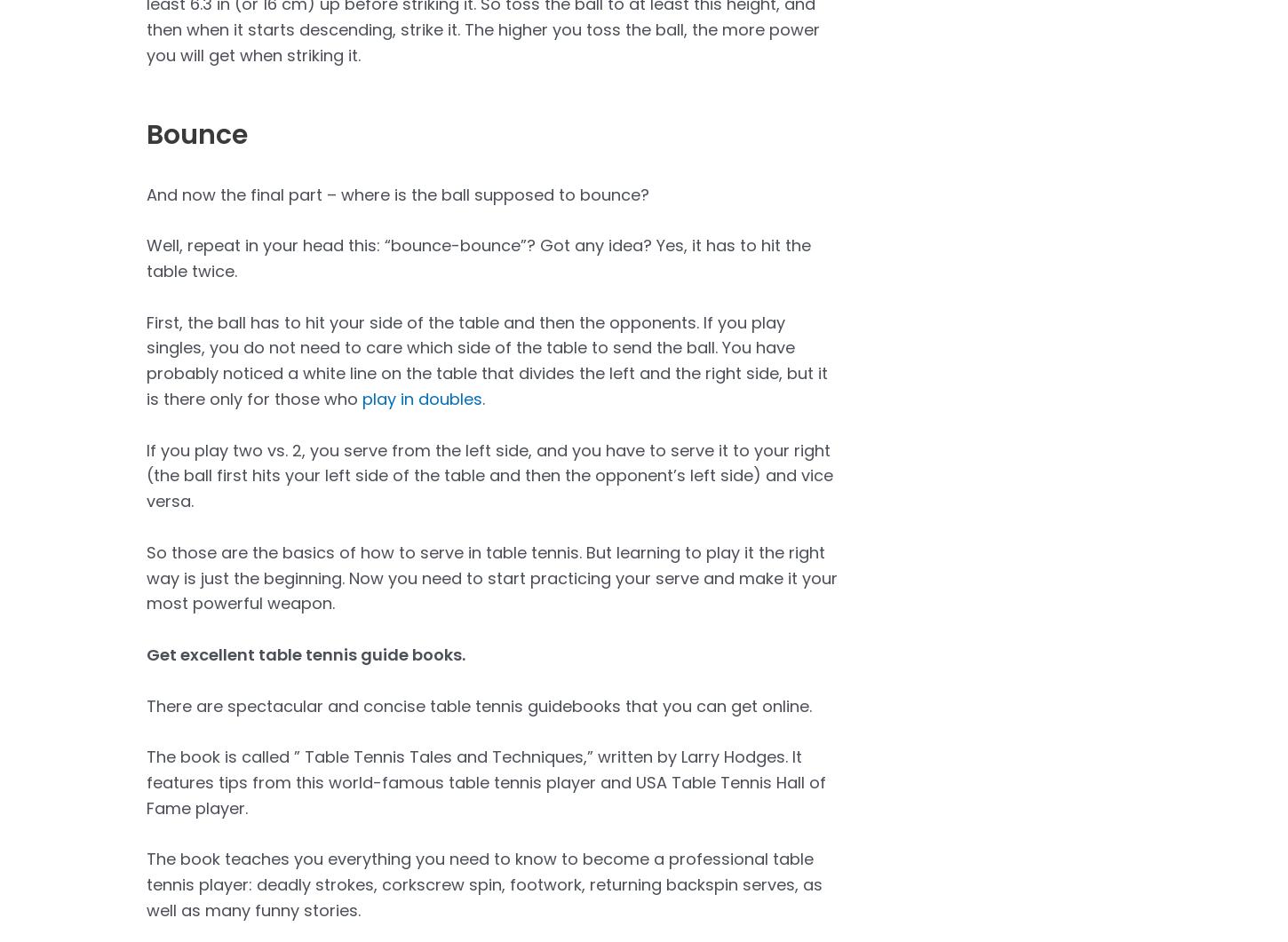 This screenshot has height=942, width=1288. Describe the element at coordinates (478, 257) in the screenshot. I see `'Well, repeat in your head this: “bounce-bounce”? Got any idea? Yes, it has to hit the table twice.'` at that location.